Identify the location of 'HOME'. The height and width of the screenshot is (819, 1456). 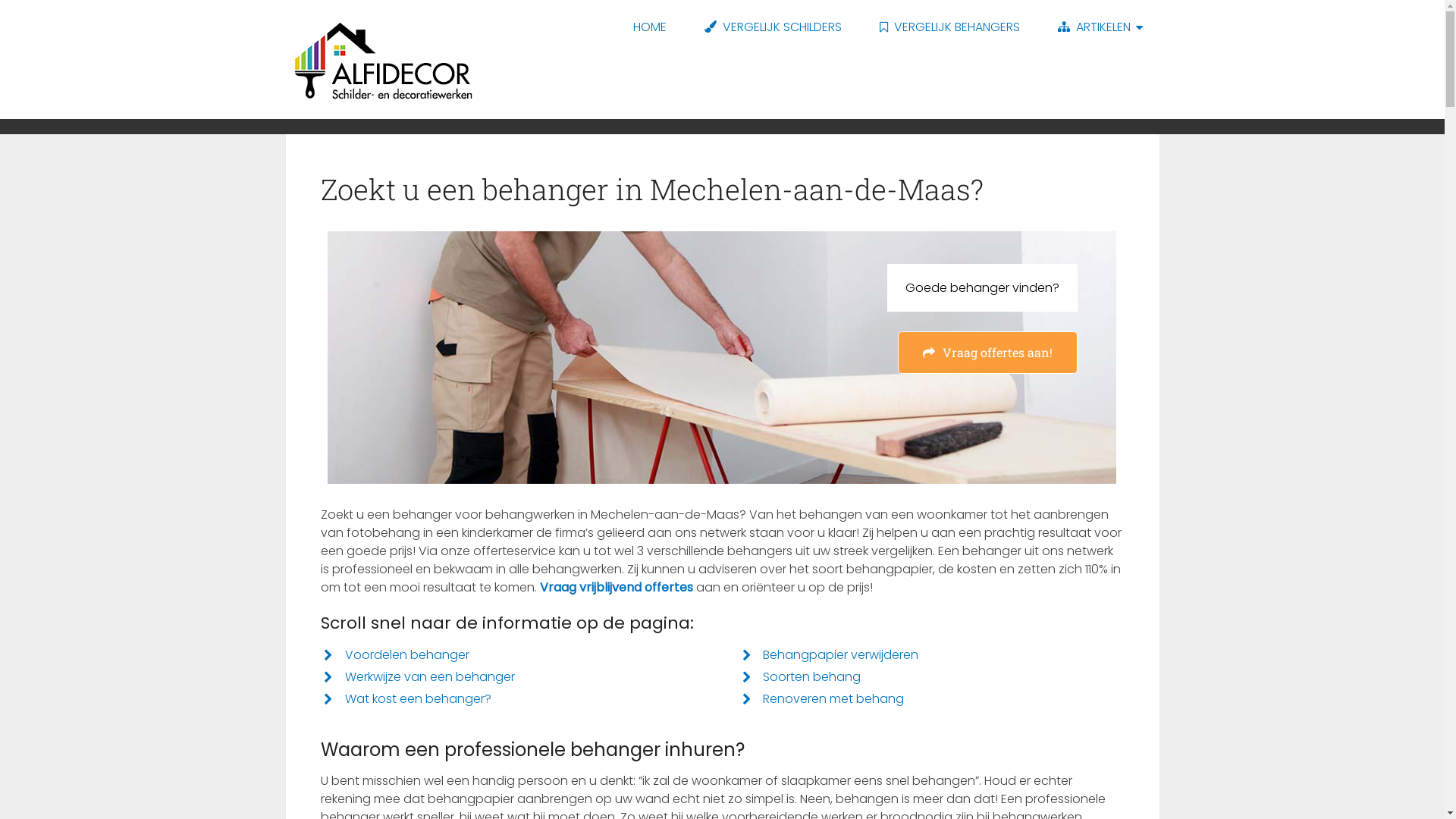
(614, 27).